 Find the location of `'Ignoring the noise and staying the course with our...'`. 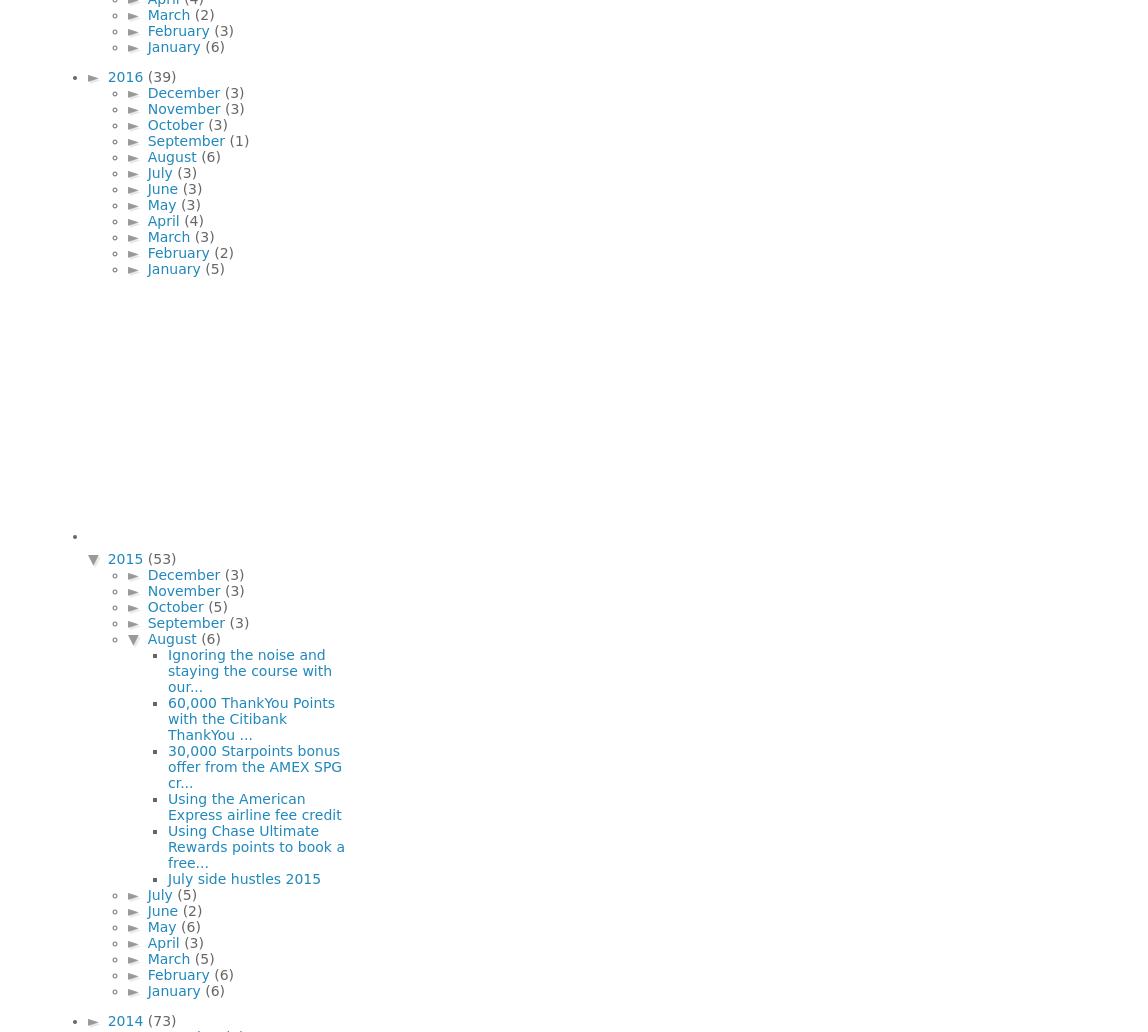

'Ignoring the noise and staying the course with our...' is located at coordinates (249, 670).